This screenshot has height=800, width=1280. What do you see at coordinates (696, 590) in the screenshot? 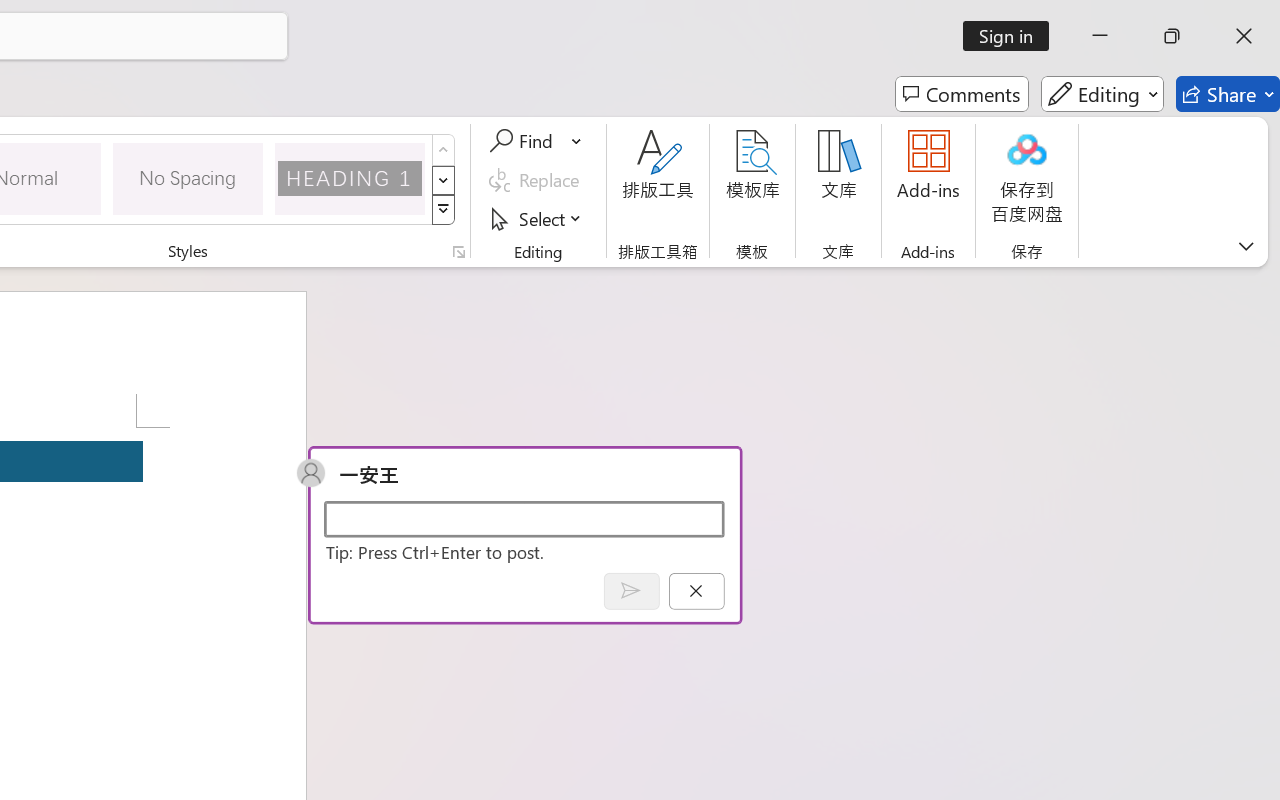
I see `'Cancel'` at bounding box center [696, 590].